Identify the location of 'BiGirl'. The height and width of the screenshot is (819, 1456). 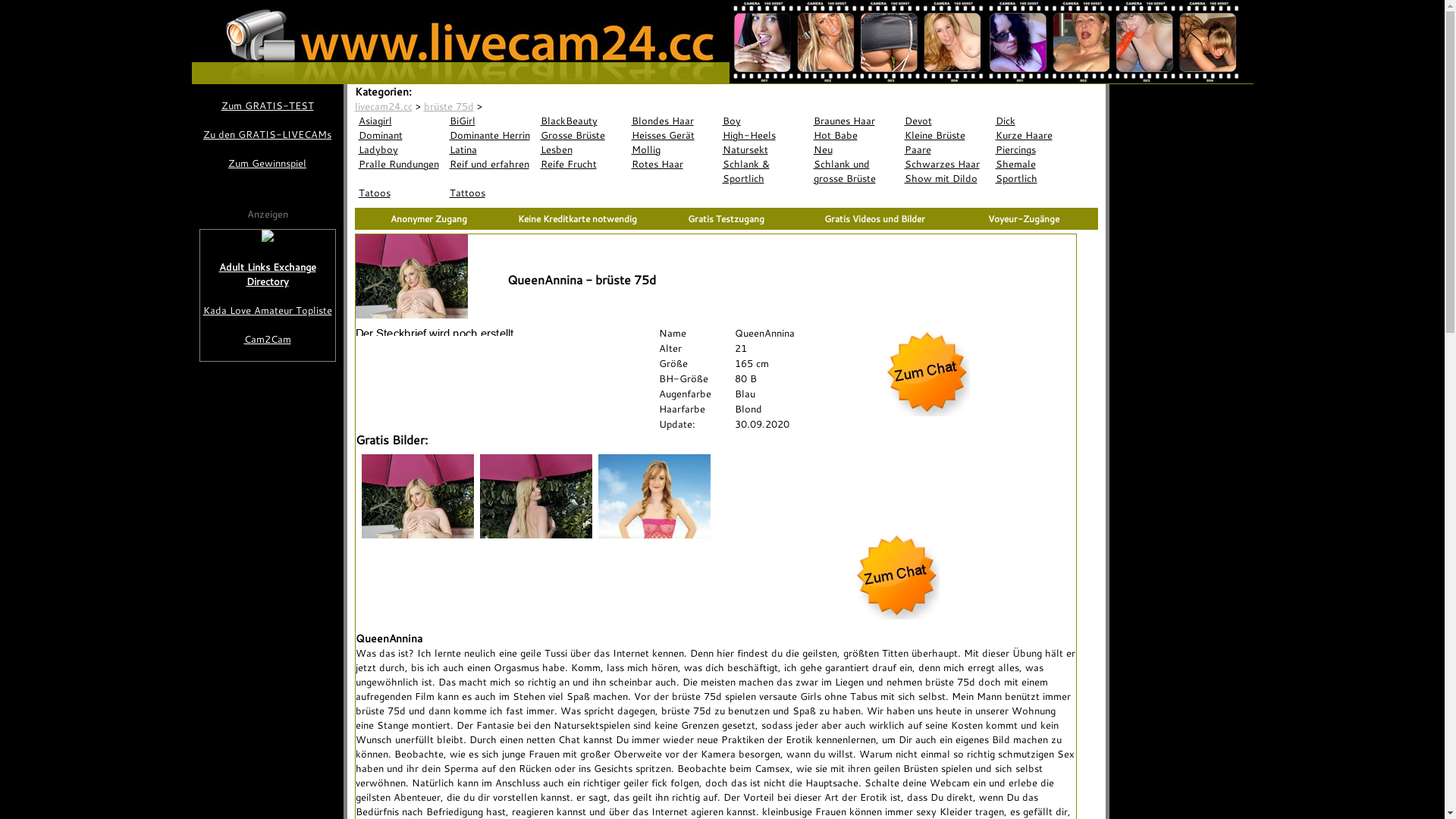
(491, 120).